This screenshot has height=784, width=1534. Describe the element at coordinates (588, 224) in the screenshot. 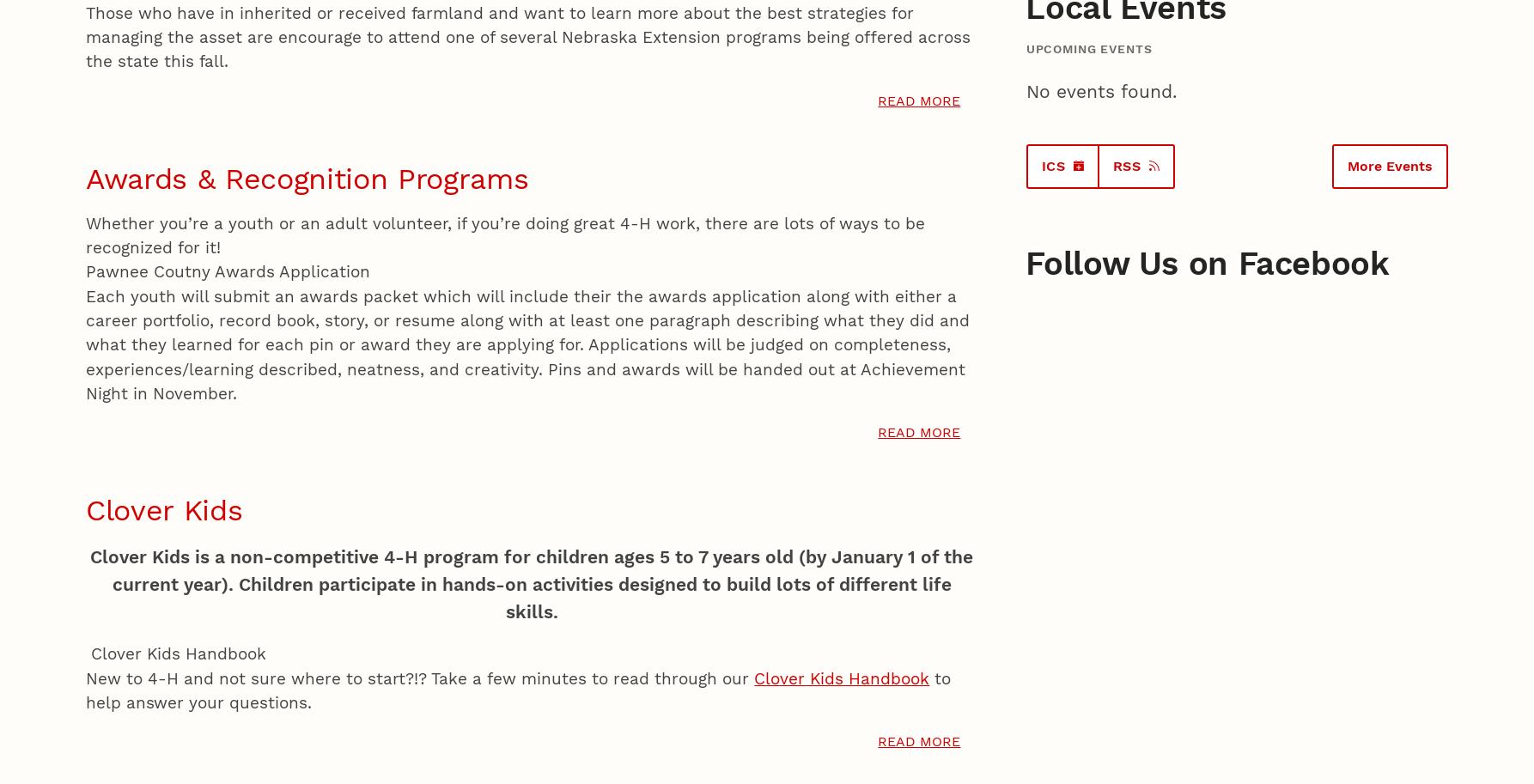

I see `'Rural Prosperity Nebraska is leading the charge on revolutionizing leadership development for Nebraska’s rural communities by hosting a leadership Chautauqua on Nov. 8 in Kearney.'` at that location.